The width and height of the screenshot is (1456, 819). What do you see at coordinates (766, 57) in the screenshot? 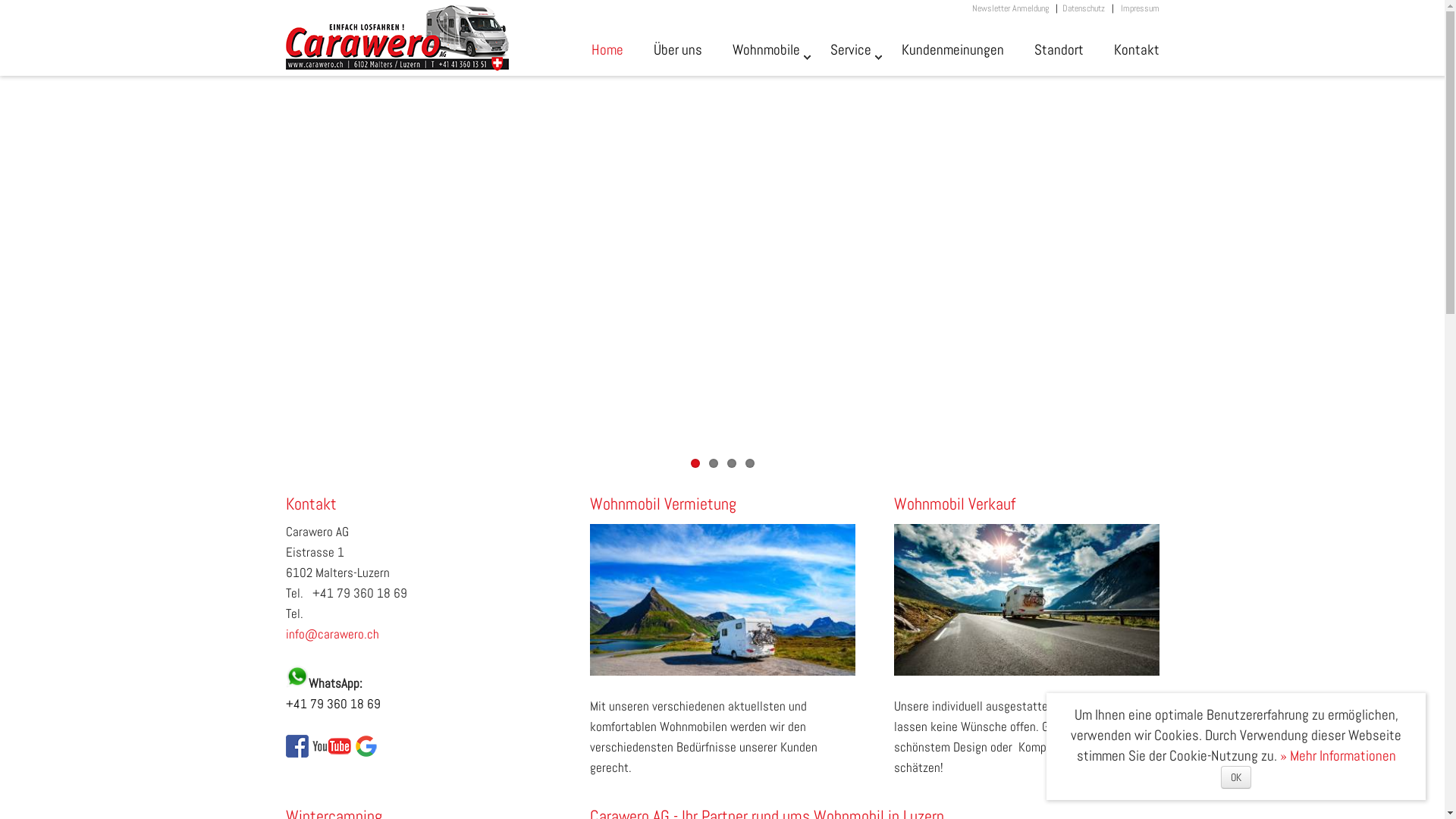
I see `'Wohnmobile'` at bounding box center [766, 57].